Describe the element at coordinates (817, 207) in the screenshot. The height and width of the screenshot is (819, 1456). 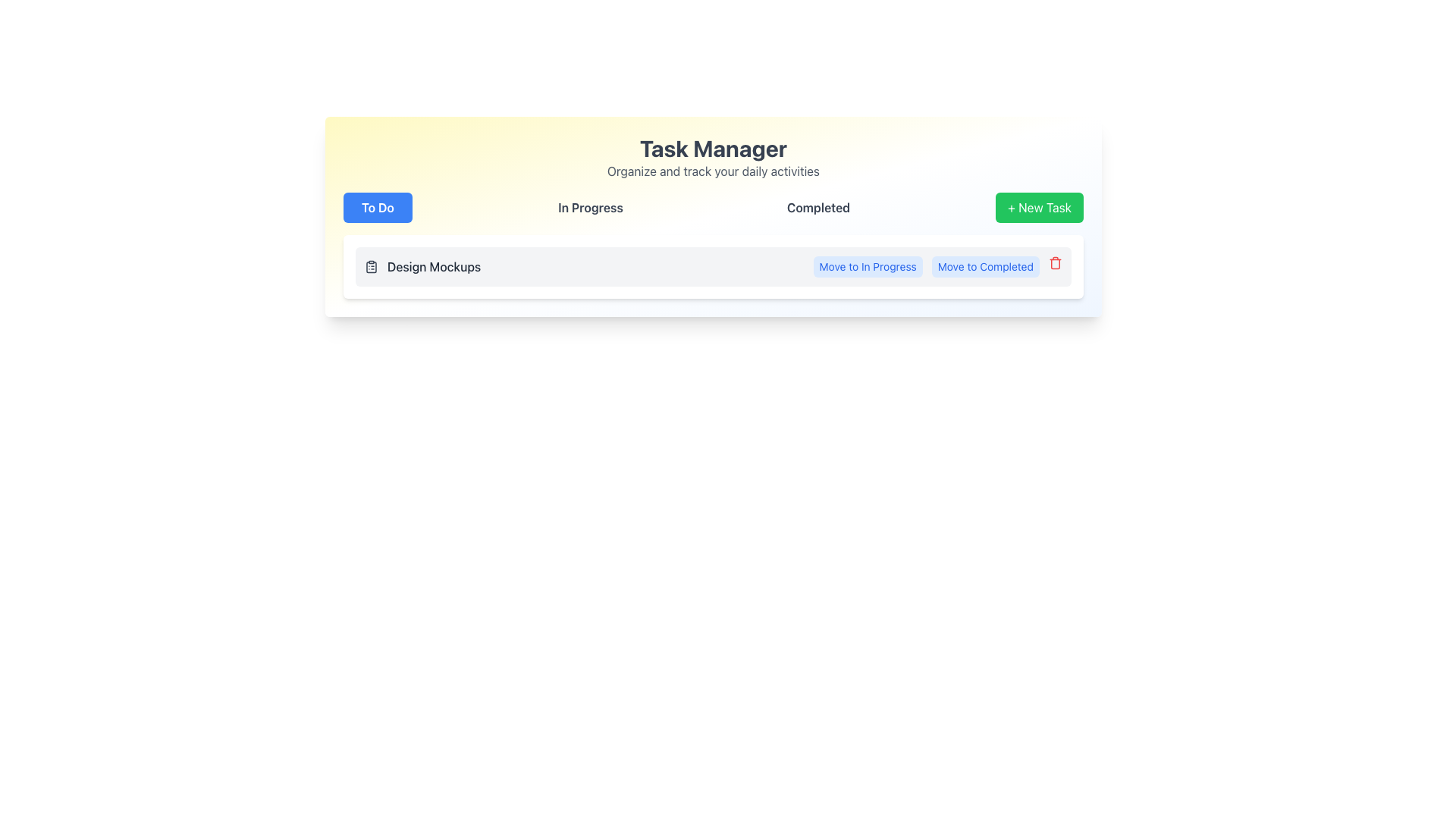
I see `the 'Completed' category selection button located below the 'Task Manager' title, positioned between the 'In Progress' button and the '+ New Task' button` at that location.